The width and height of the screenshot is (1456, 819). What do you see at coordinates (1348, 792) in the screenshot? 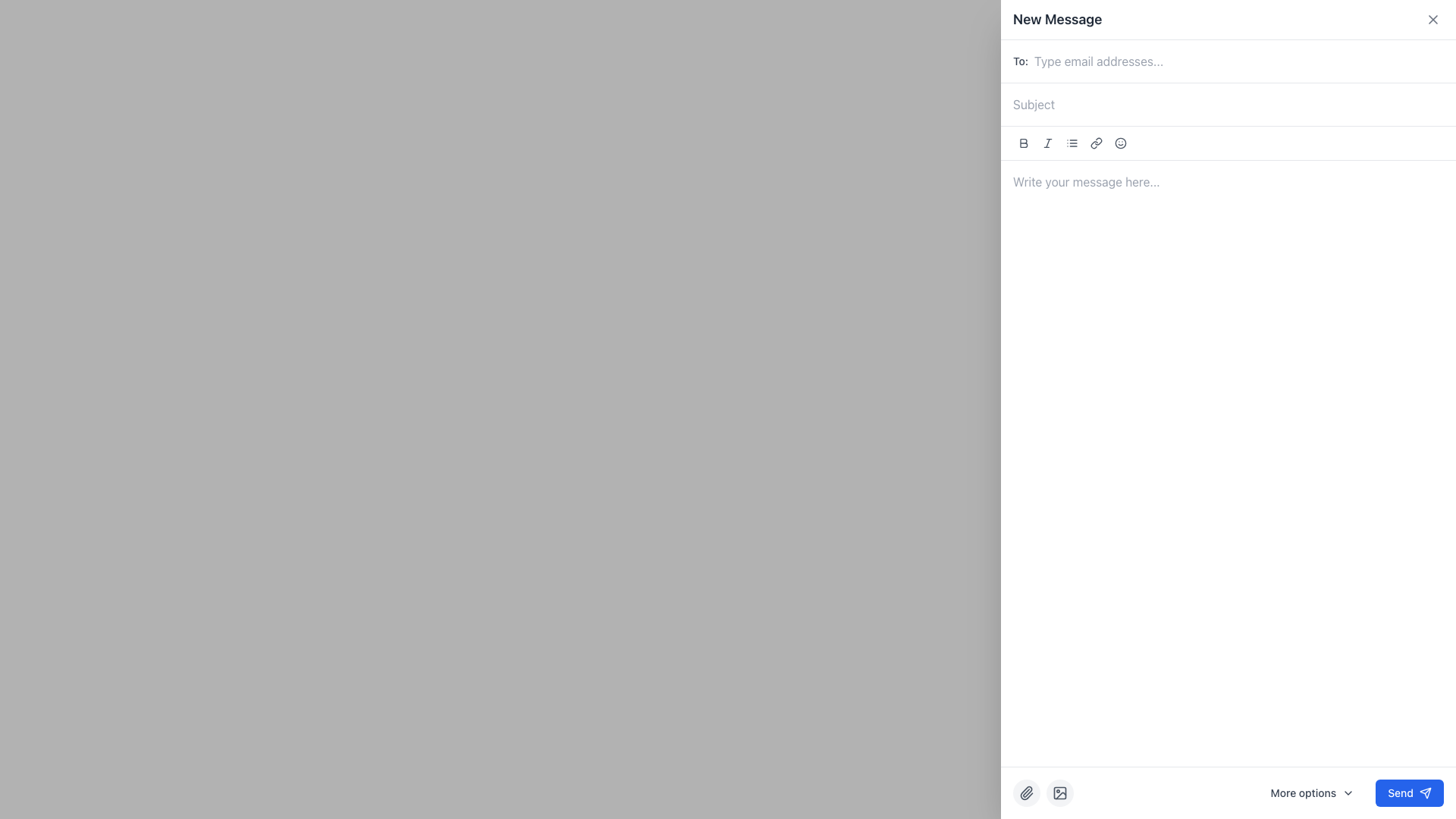
I see `the small, downward-facing chevron icon next to the 'More options' text` at bounding box center [1348, 792].